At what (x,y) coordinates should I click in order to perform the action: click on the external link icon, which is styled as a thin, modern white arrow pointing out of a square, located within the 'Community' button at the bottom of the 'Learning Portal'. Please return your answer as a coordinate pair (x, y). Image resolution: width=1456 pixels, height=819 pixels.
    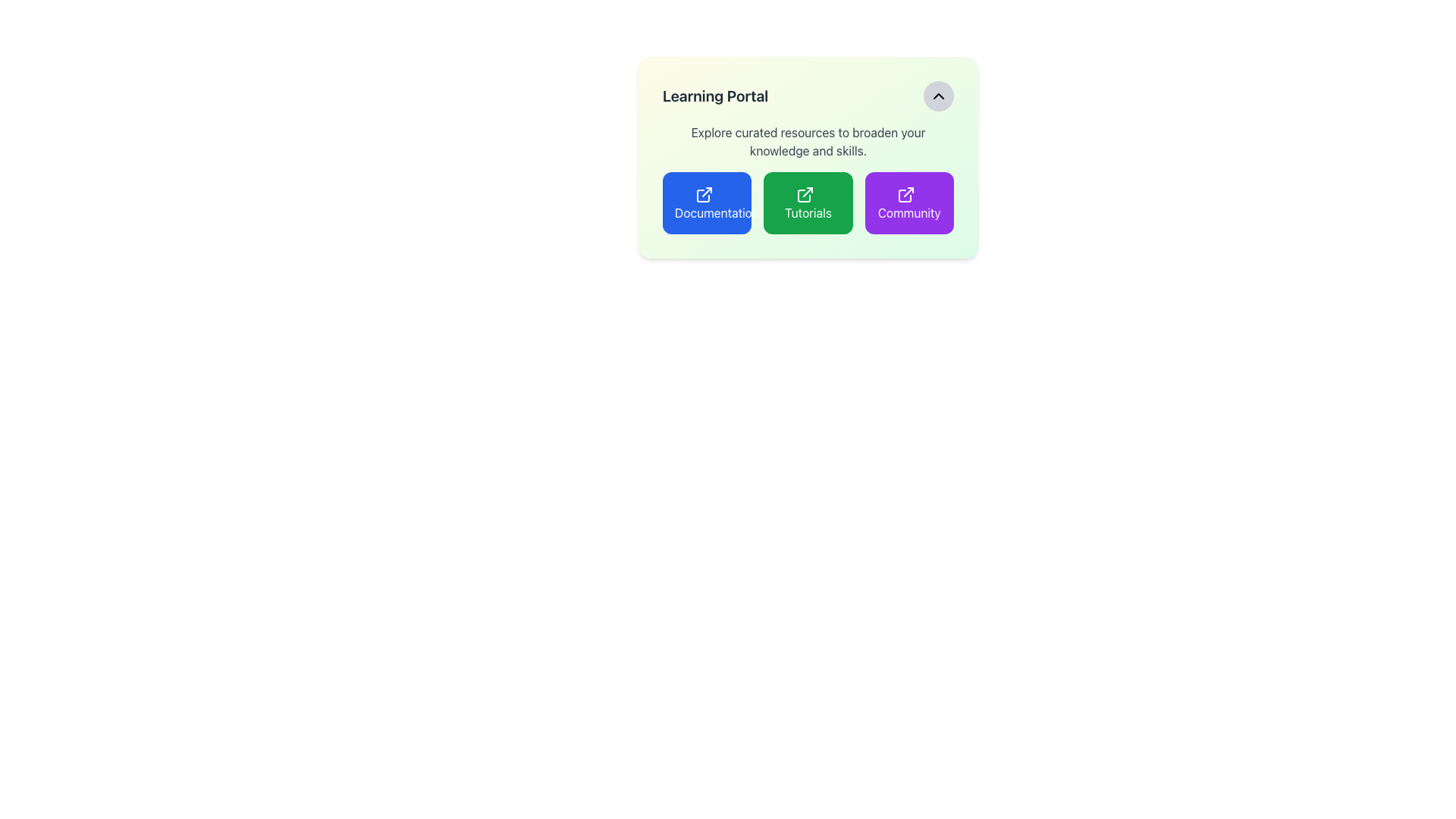
    Looking at the image, I should click on (906, 193).